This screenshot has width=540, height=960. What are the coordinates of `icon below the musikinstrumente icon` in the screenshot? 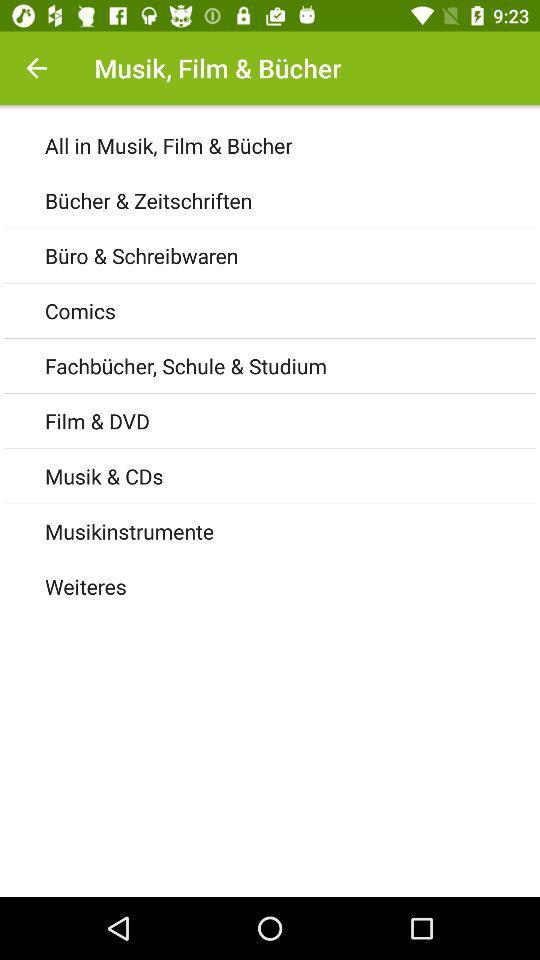 It's located at (291, 586).